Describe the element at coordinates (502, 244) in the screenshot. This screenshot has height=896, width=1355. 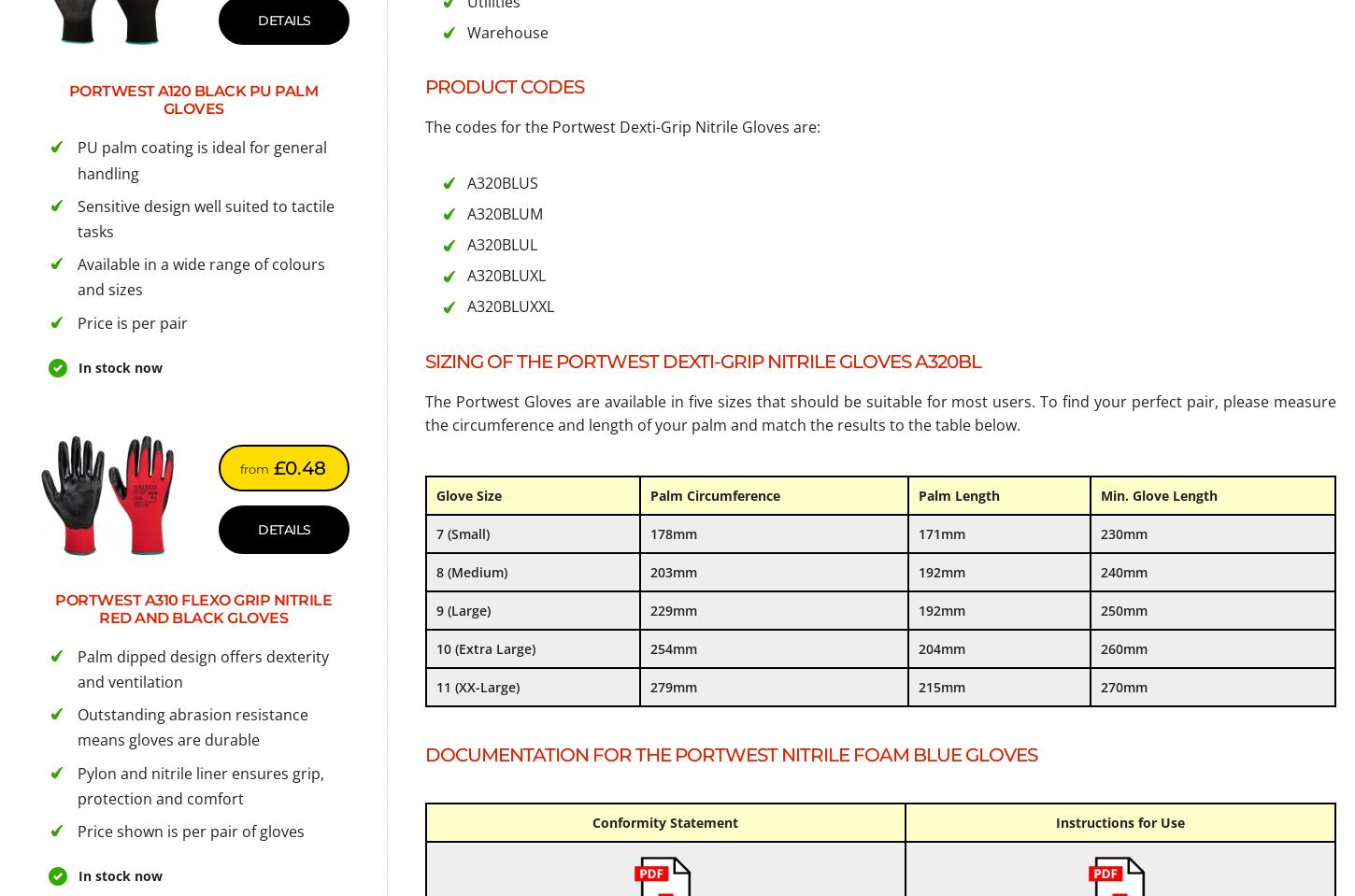
I see `'A320BLUL'` at that location.